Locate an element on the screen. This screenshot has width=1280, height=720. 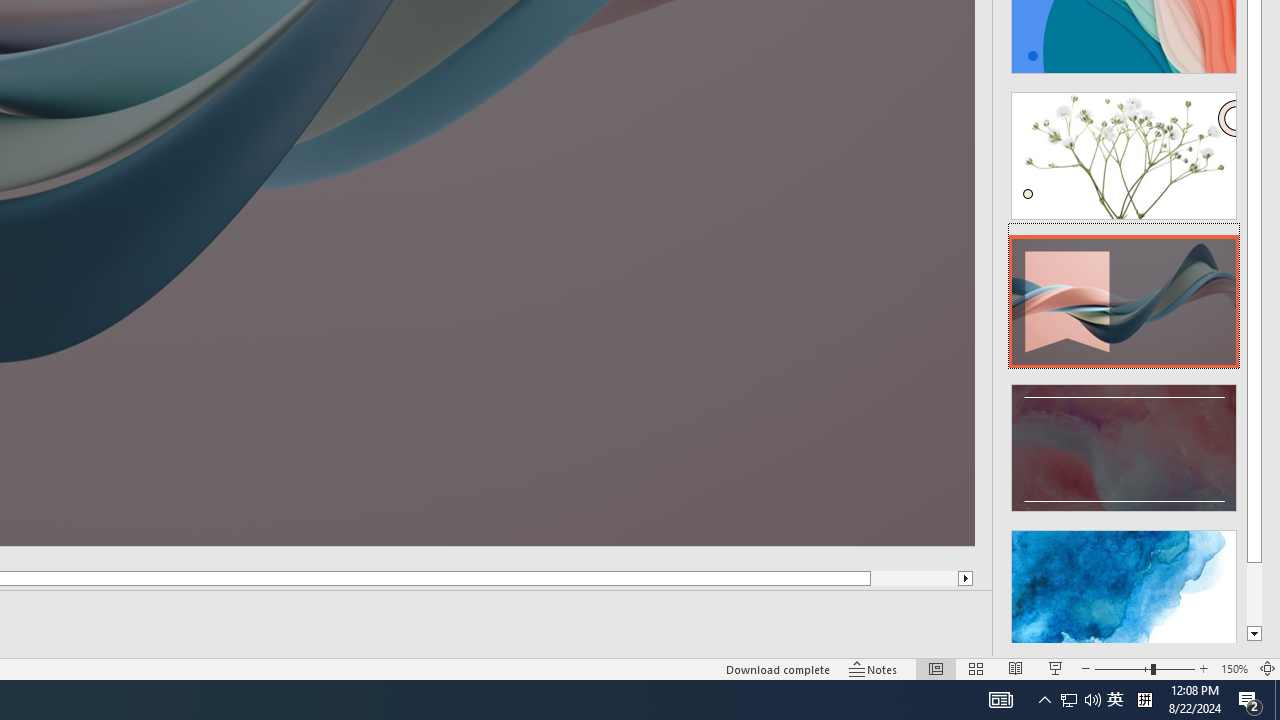
'Download complete ' is located at coordinates (777, 669).